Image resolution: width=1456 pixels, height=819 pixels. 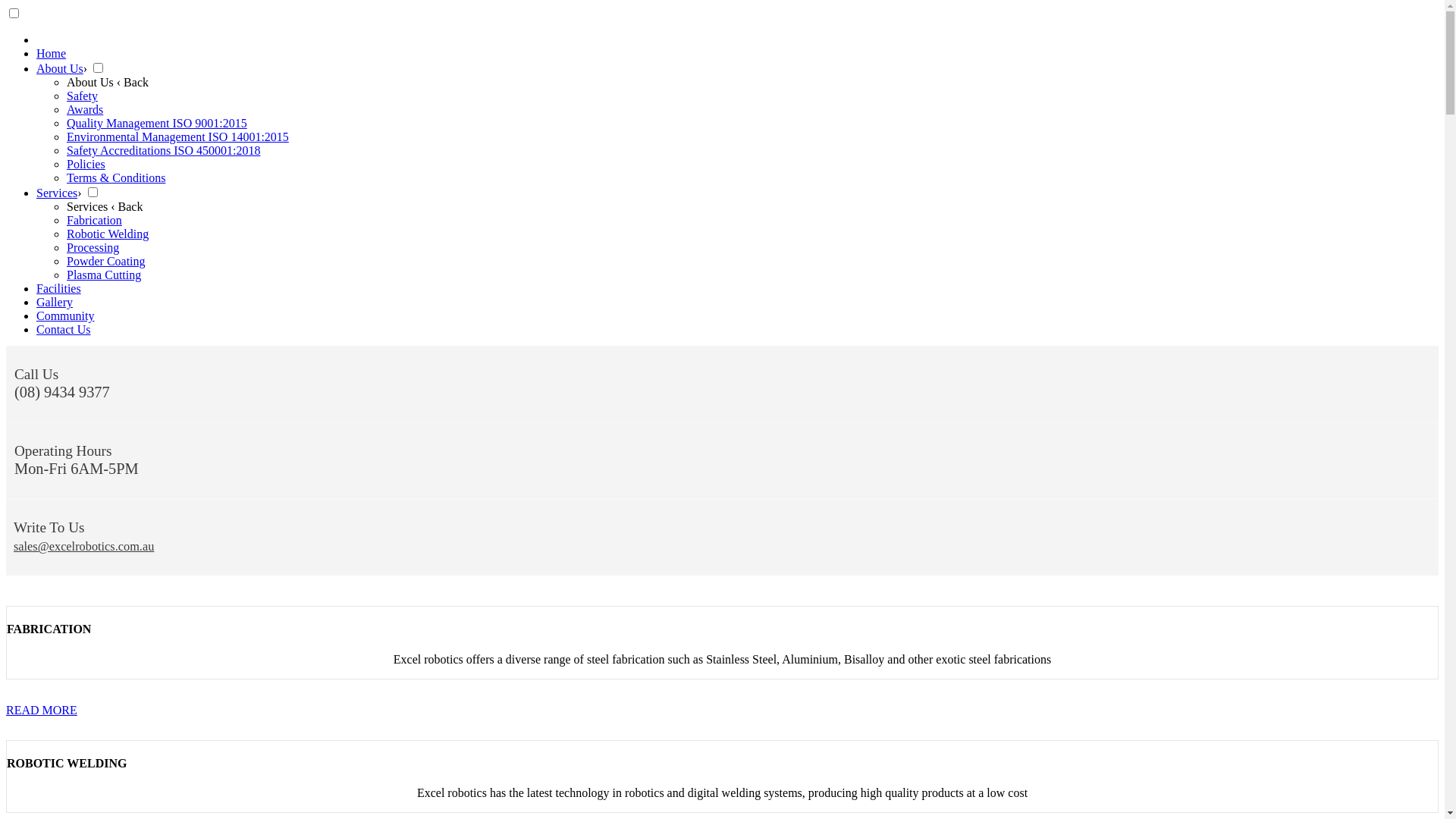 What do you see at coordinates (83, 108) in the screenshot?
I see `'Awards'` at bounding box center [83, 108].